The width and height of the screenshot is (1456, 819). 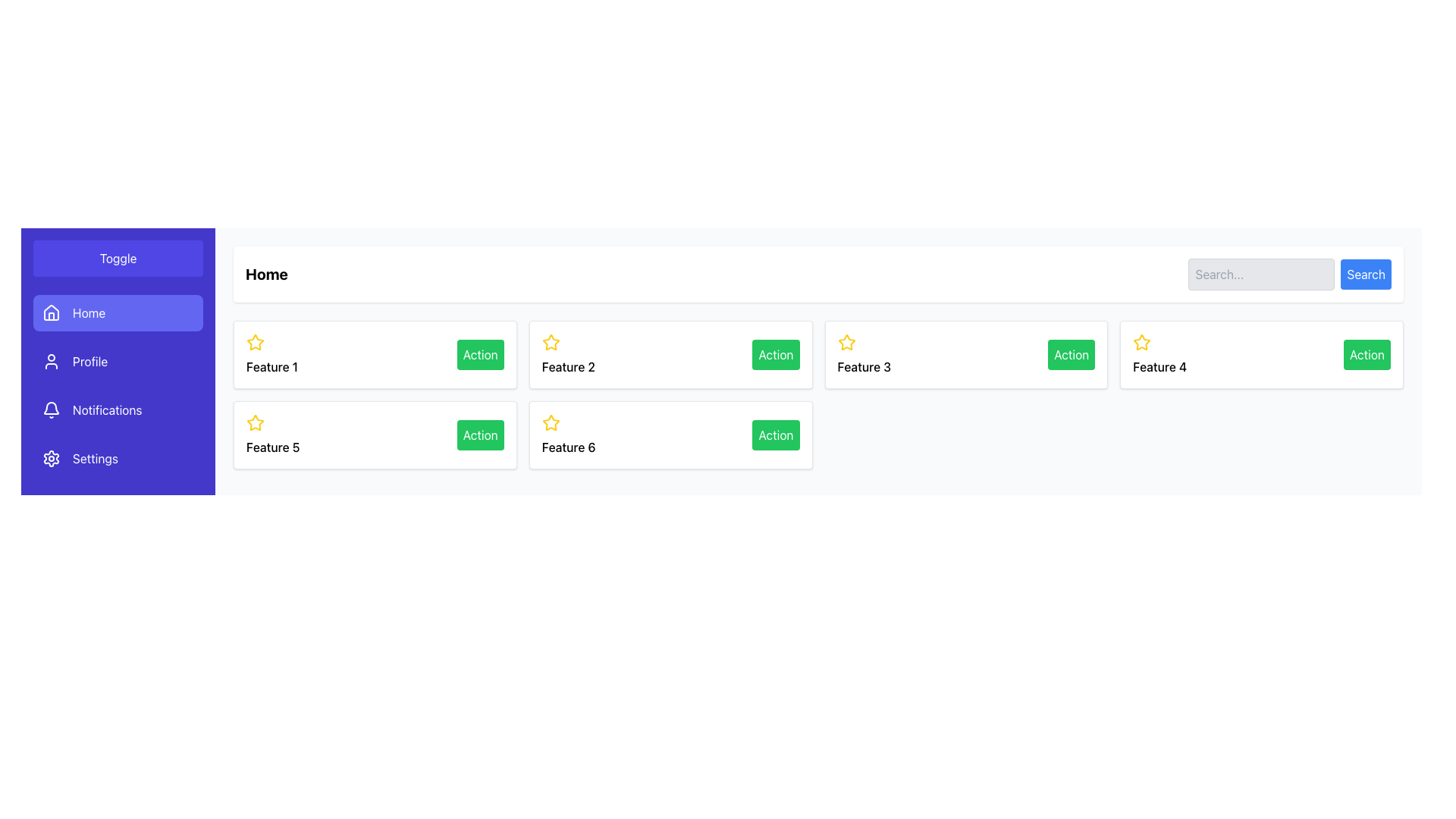 I want to click on the Star icon located next to the text 'Feature 3', which indicates a rating or priority, so click(x=846, y=342).